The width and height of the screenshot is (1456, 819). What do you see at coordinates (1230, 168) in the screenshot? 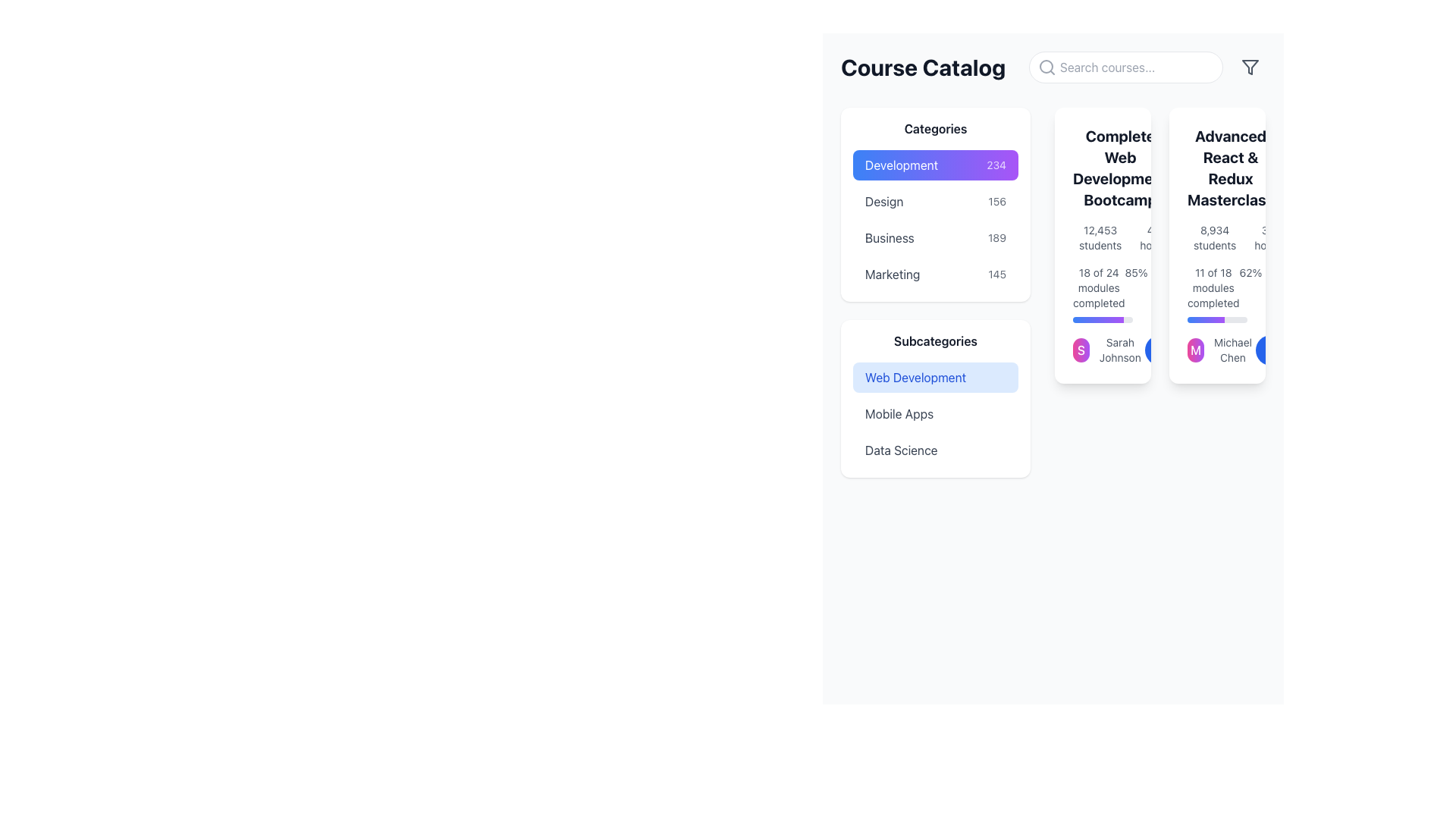
I see `the text label indicating the course title located in the 'Course Catalog' section` at bounding box center [1230, 168].